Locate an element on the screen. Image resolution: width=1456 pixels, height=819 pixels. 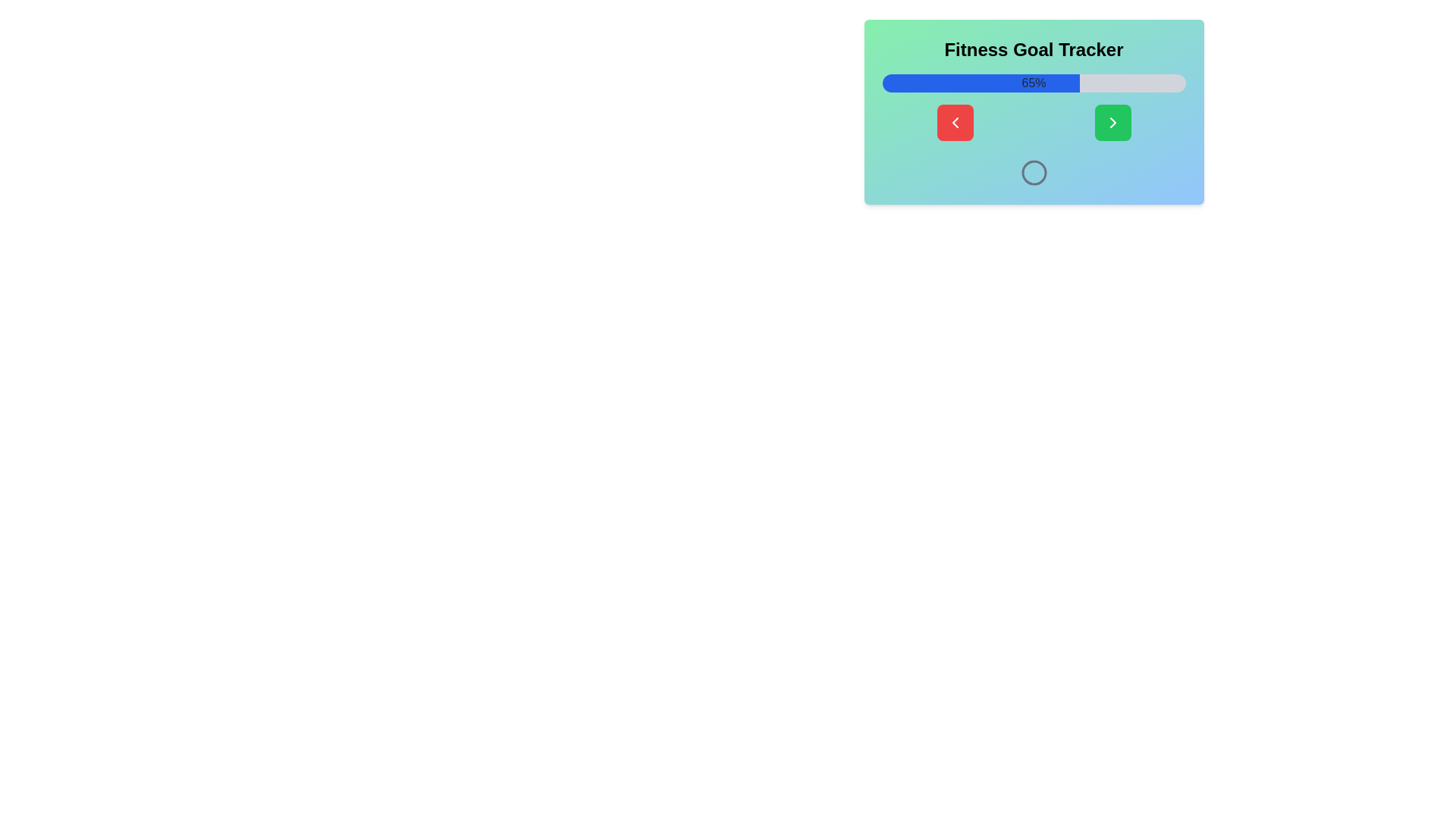
the navigation control icon is located at coordinates (1112, 122).